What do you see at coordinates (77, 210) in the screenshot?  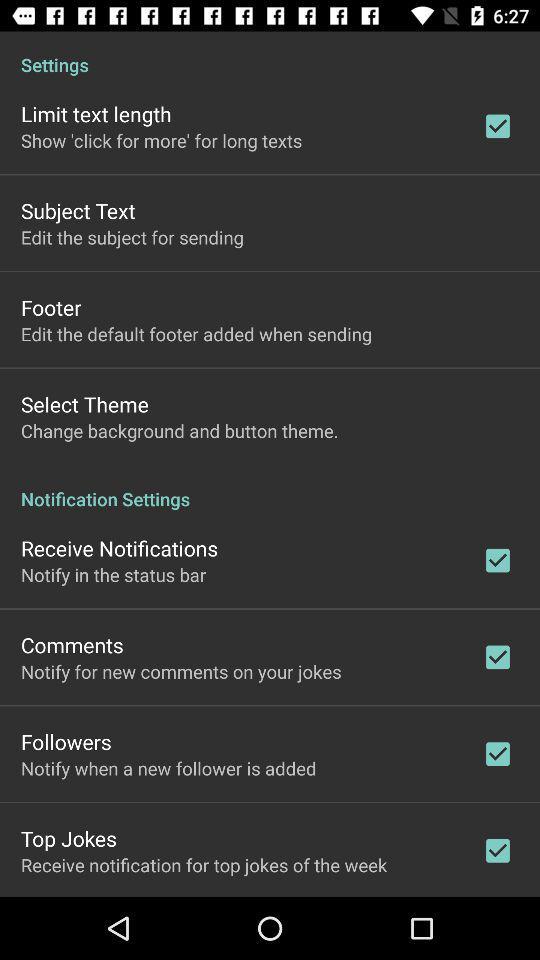 I see `item below the show click for item` at bounding box center [77, 210].